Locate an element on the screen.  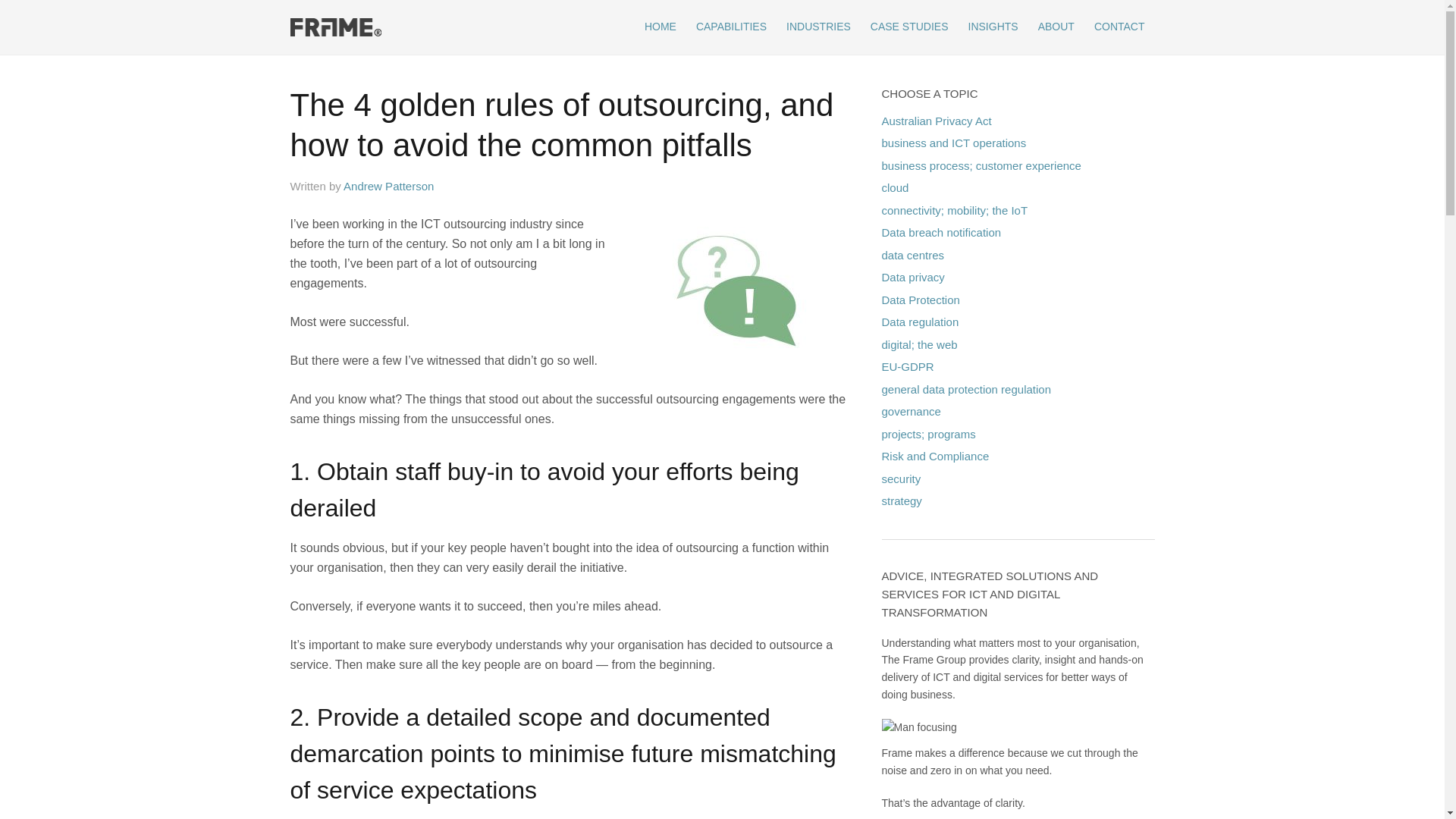
'Data breach notification' is located at coordinates (940, 232).